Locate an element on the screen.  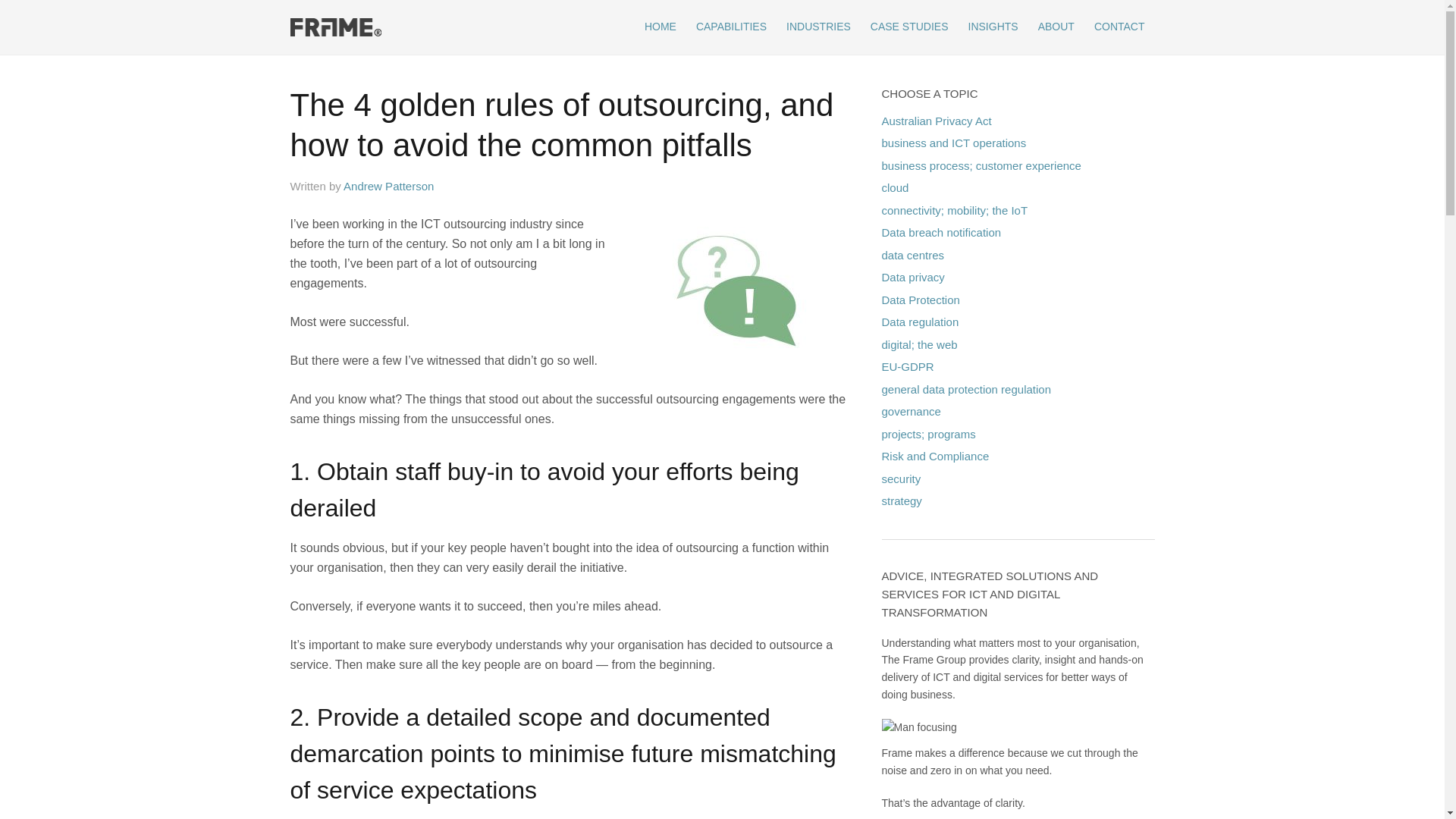
'Data breach notification' is located at coordinates (940, 232).